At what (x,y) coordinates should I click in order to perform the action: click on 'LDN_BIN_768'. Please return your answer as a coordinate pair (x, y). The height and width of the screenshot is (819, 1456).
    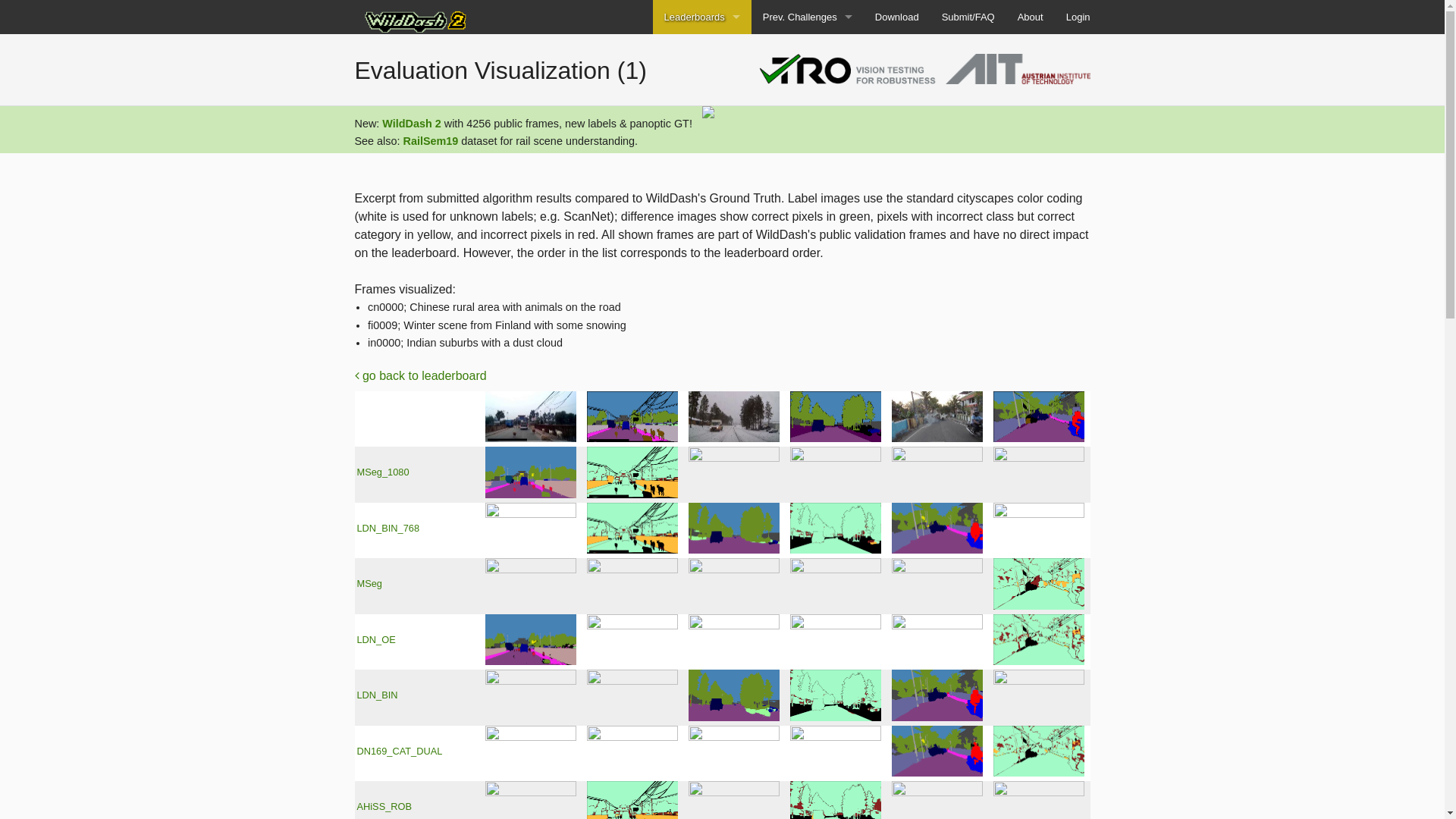
    Looking at the image, I should click on (388, 527).